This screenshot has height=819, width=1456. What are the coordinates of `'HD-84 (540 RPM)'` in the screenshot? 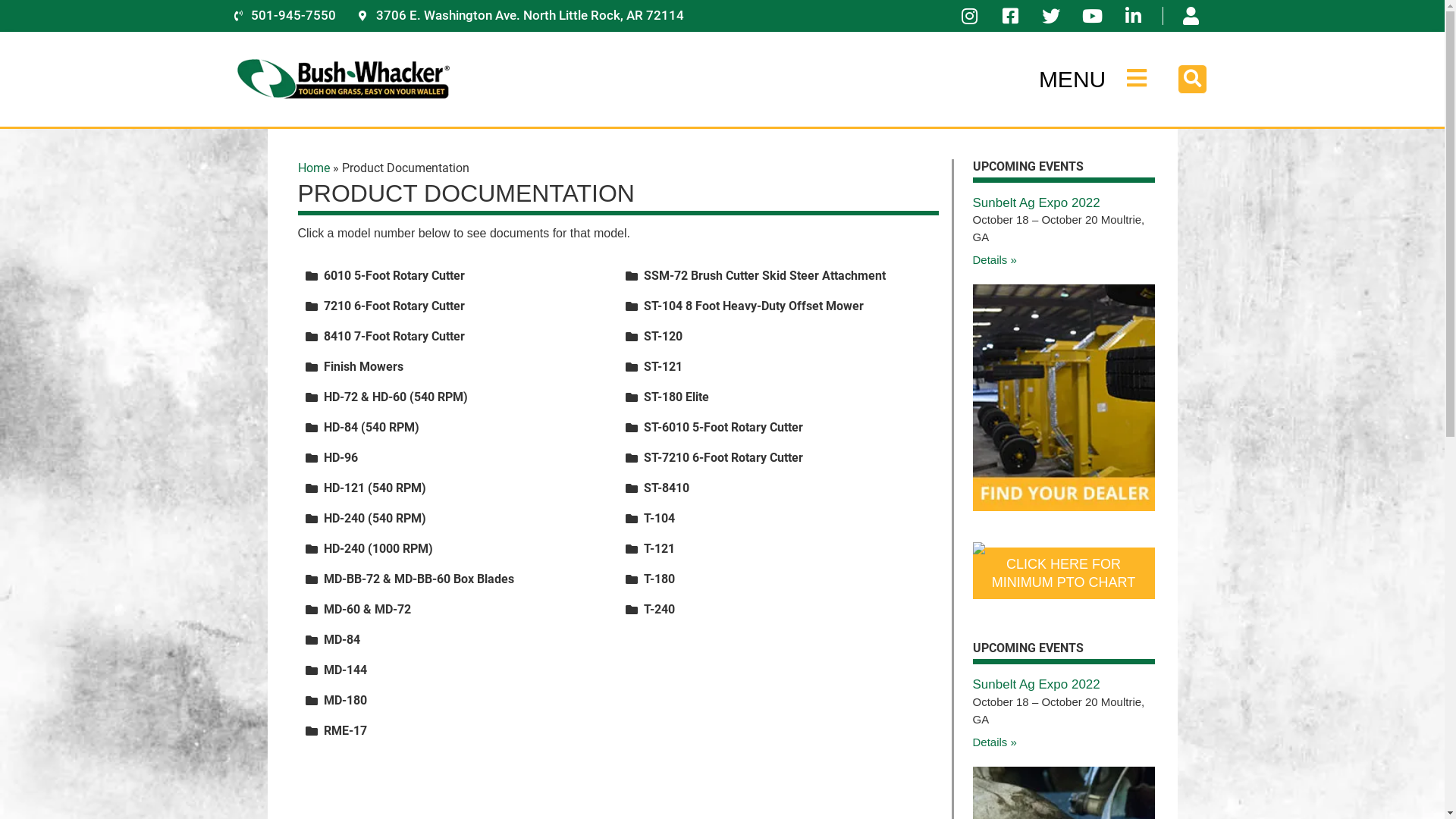 It's located at (371, 427).